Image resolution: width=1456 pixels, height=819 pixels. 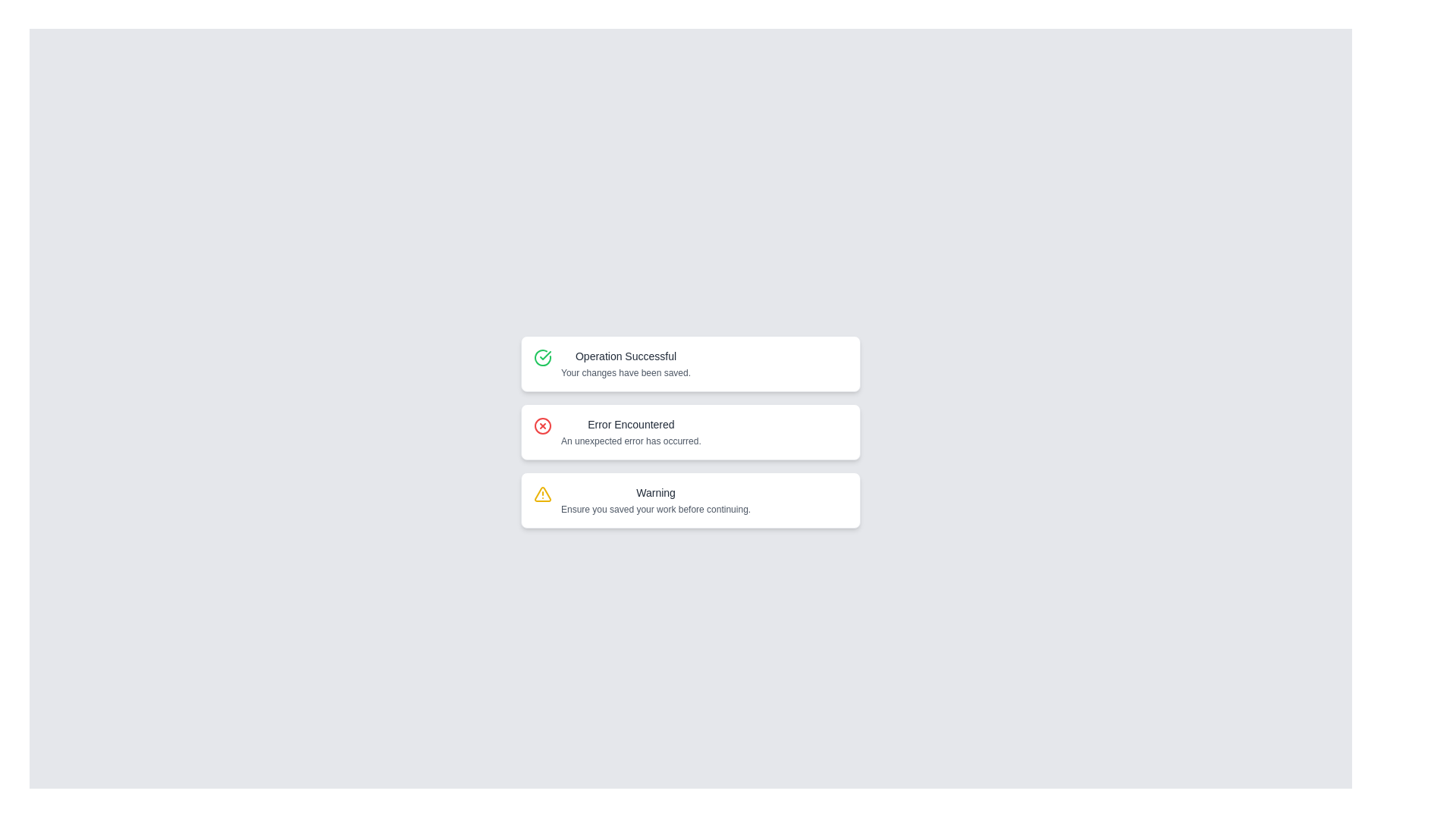 What do you see at coordinates (656, 493) in the screenshot?
I see `the warning message title text label, which serves as the heading for the warning message` at bounding box center [656, 493].